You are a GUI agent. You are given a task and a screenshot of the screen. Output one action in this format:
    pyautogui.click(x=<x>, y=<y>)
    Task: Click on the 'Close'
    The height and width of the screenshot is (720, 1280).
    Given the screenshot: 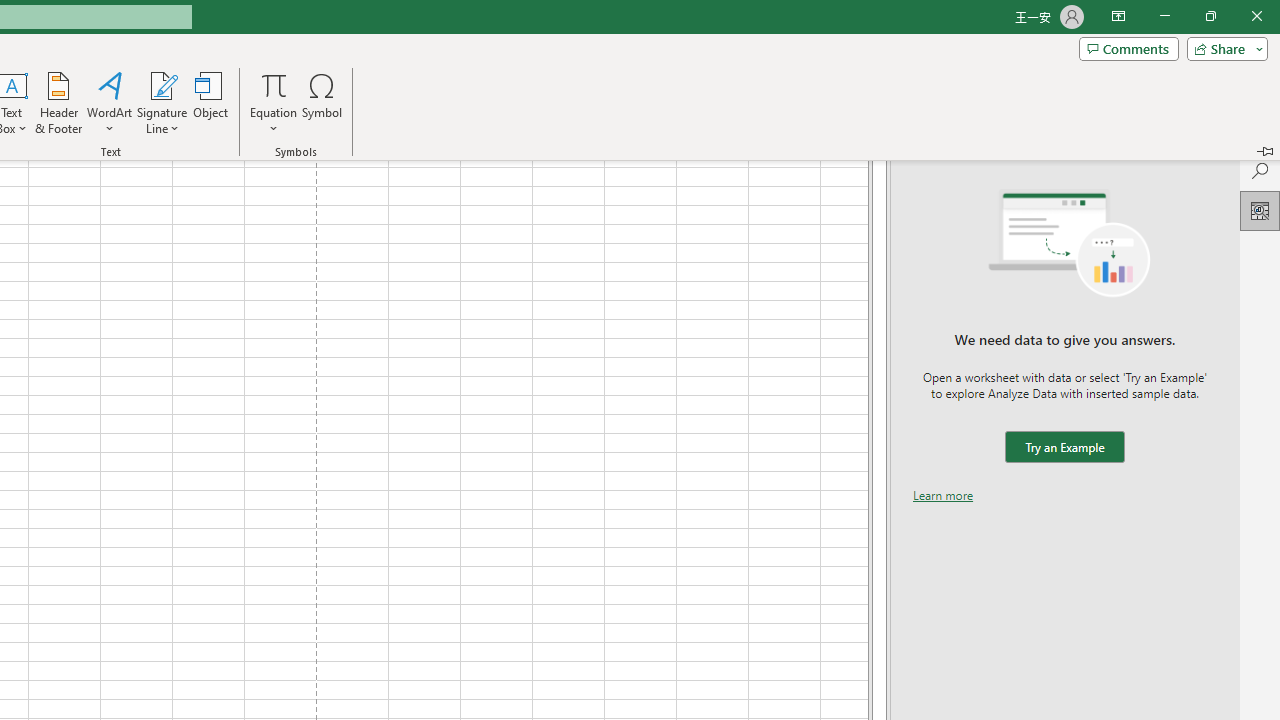 What is the action you would take?
    pyautogui.click(x=1255, y=16)
    